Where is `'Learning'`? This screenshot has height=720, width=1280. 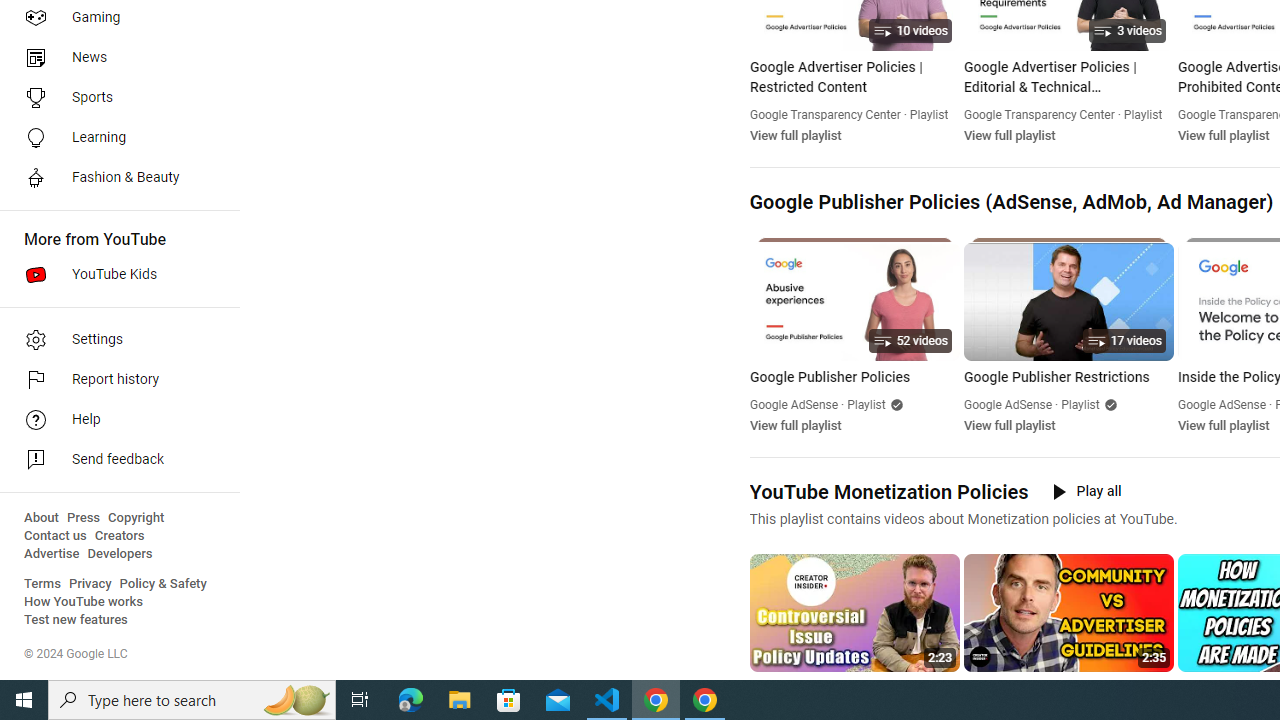
'Learning' is located at coordinates (112, 136).